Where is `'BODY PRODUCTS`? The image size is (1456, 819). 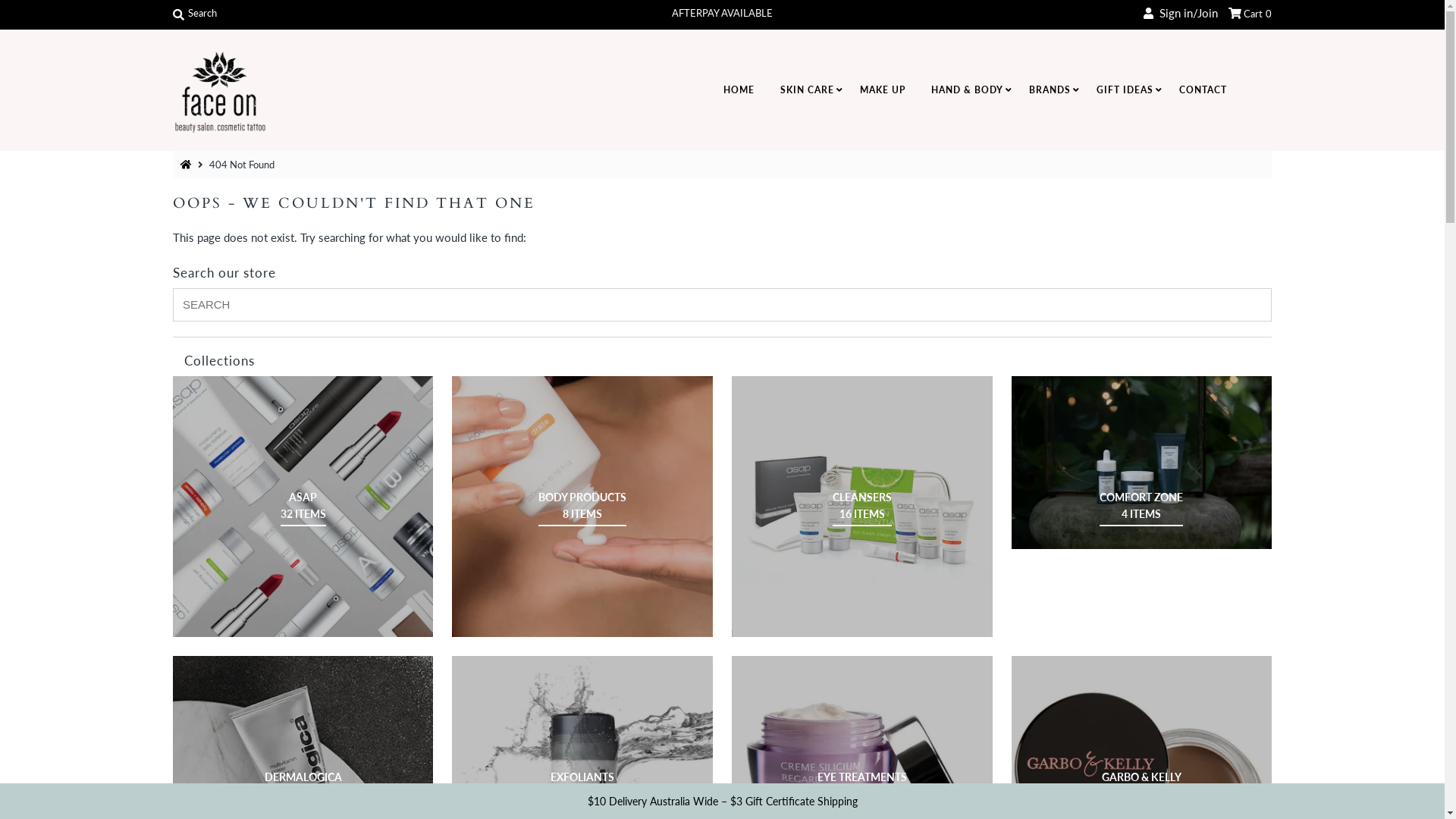 'BODY PRODUCTS is located at coordinates (582, 506).